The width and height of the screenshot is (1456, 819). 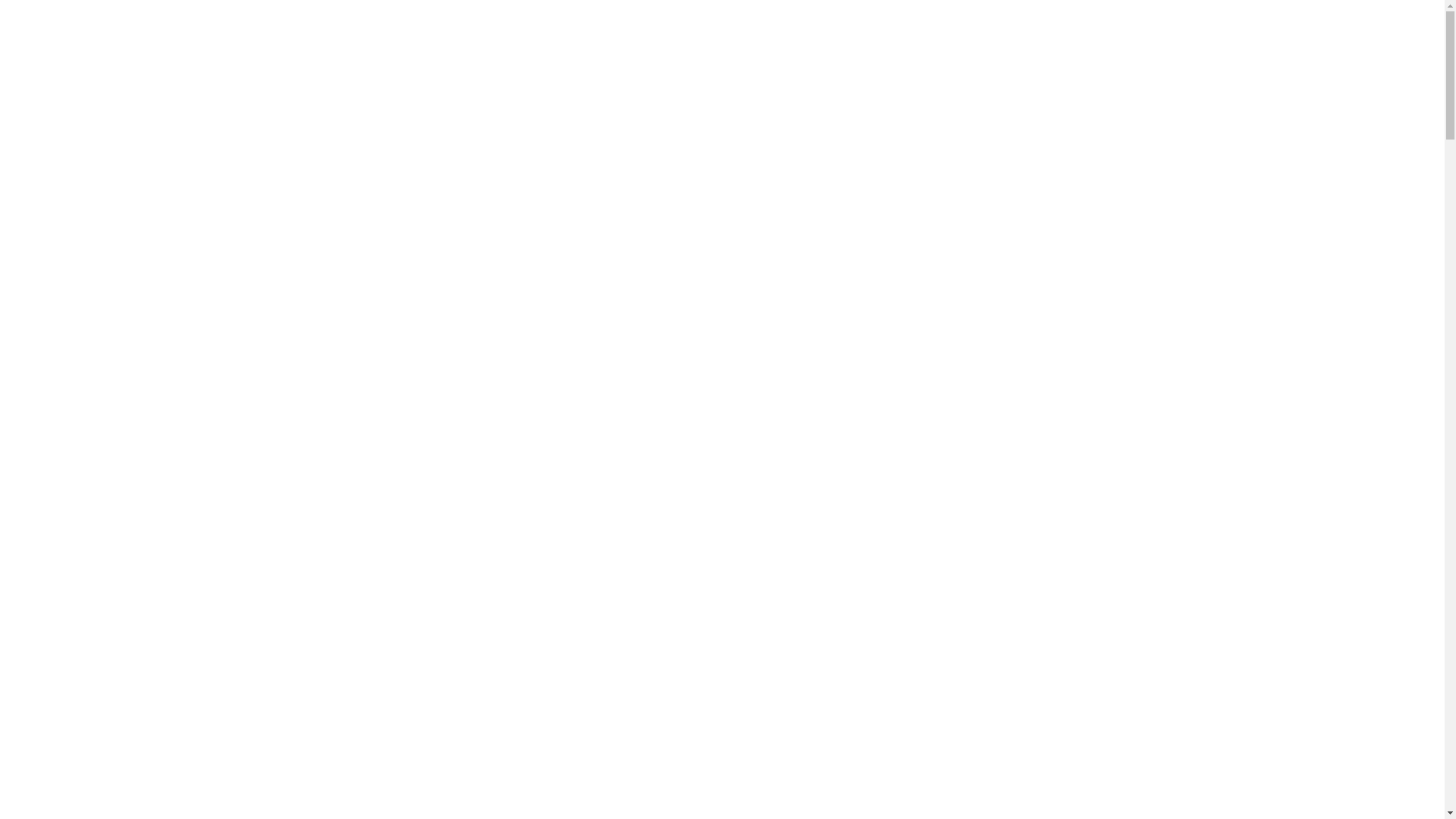 I want to click on 'Skip to content', so click(x=42, y=12).